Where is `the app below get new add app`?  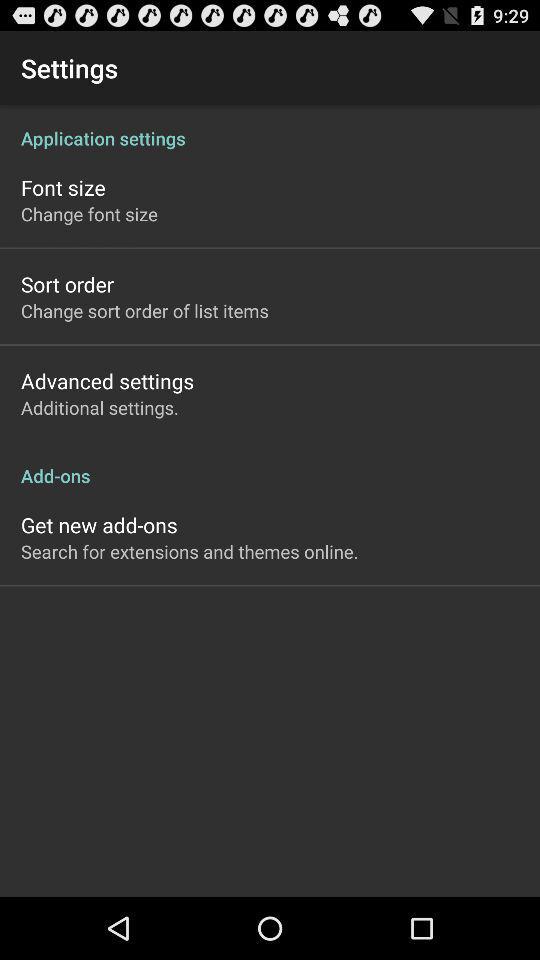
the app below get new add app is located at coordinates (189, 551).